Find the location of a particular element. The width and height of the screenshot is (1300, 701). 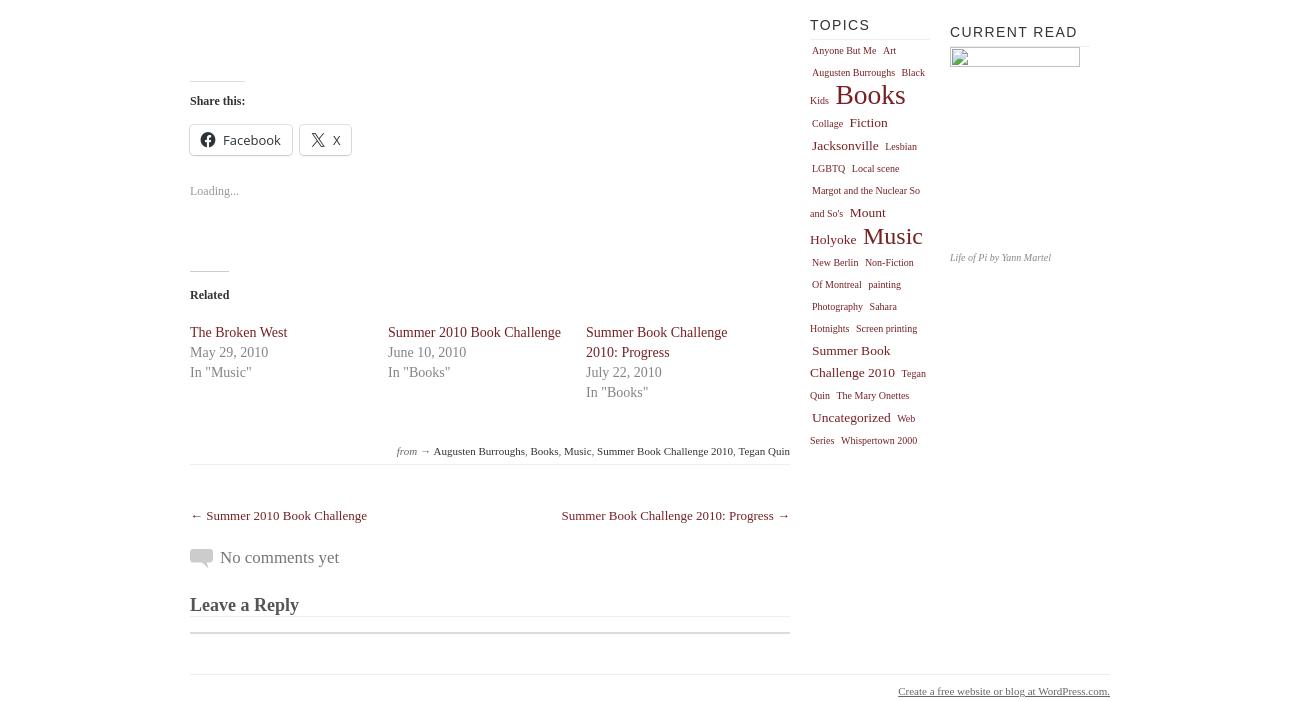

'Web Series' is located at coordinates (862, 429).